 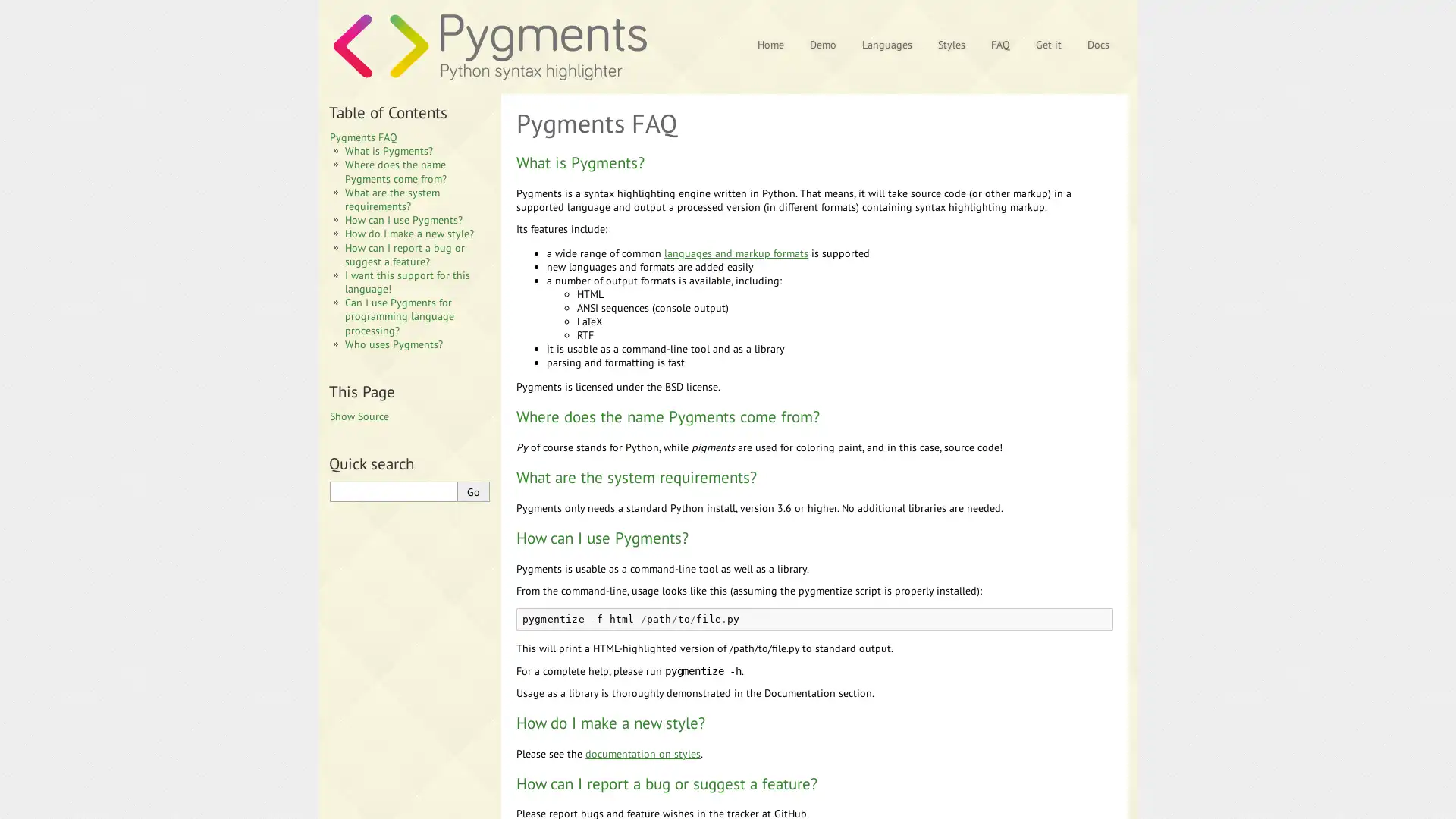 I want to click on Go, so click(x=472, y=491).